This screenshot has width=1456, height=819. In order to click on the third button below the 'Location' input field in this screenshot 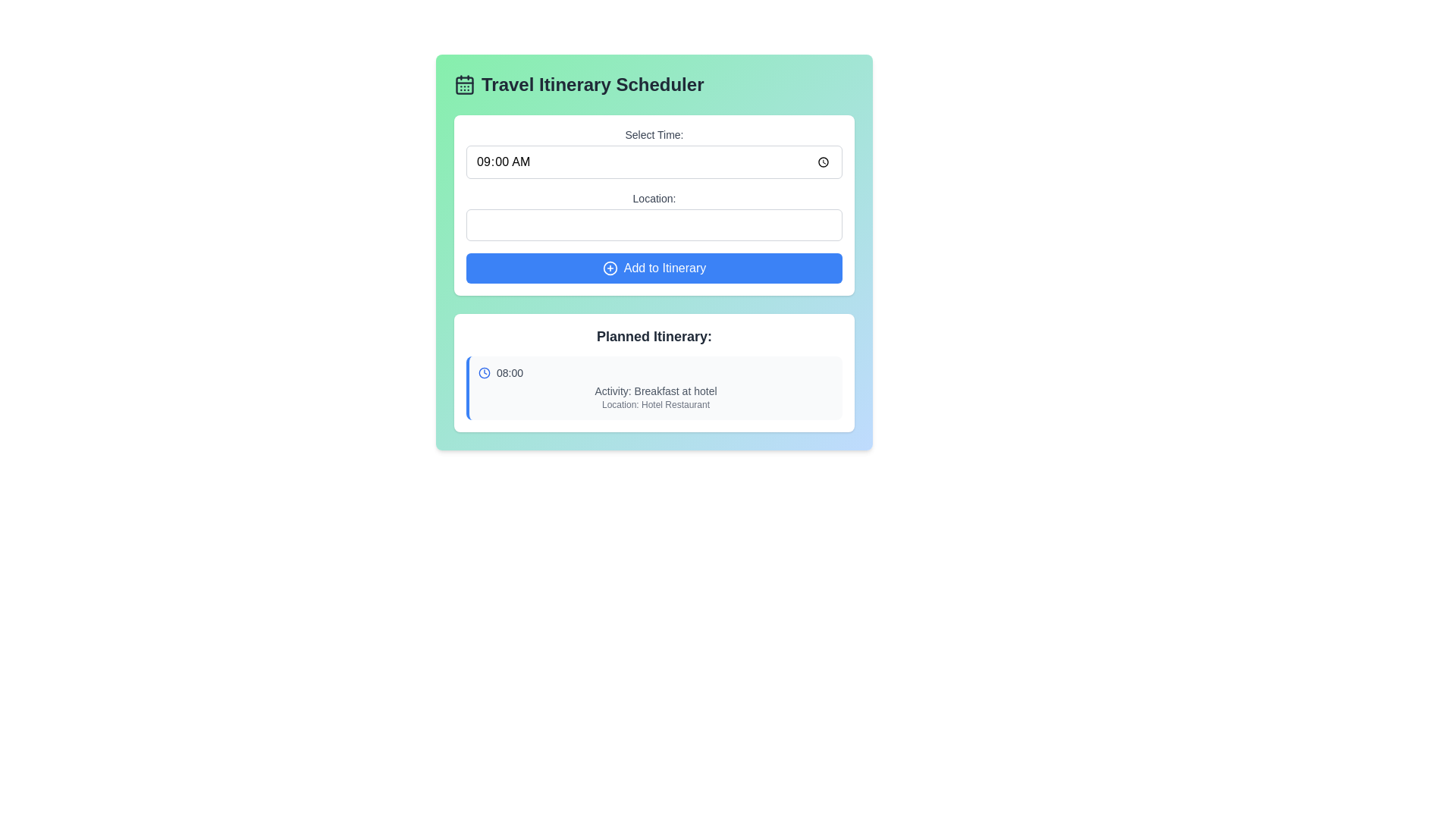, I will do `click(654, 268)`.